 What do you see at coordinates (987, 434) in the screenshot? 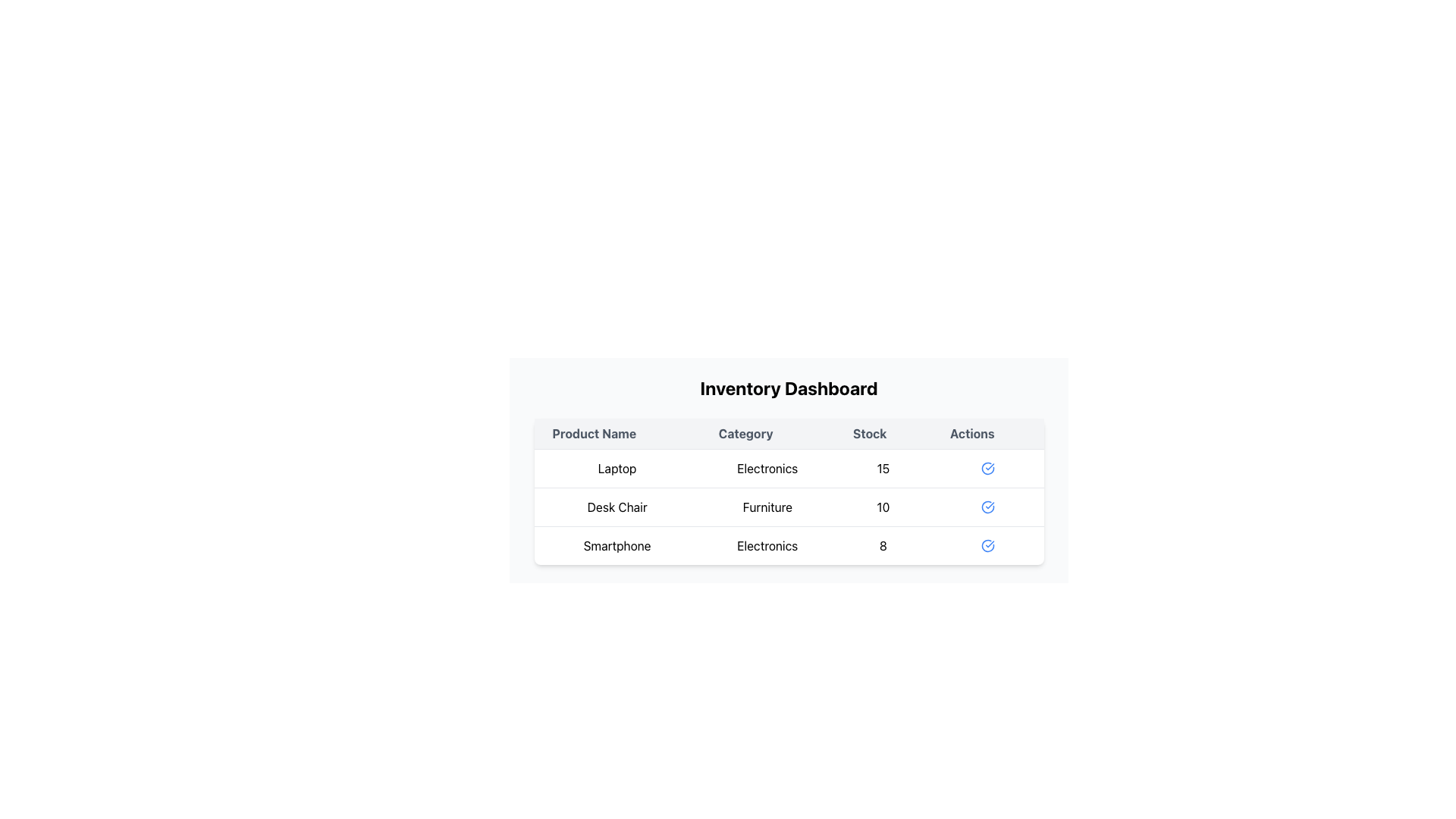
I see `the 'Actions' label in the table header, which is styled with a sans-serif font and has a dark text color on a light background` at bounding box center [987, 434].